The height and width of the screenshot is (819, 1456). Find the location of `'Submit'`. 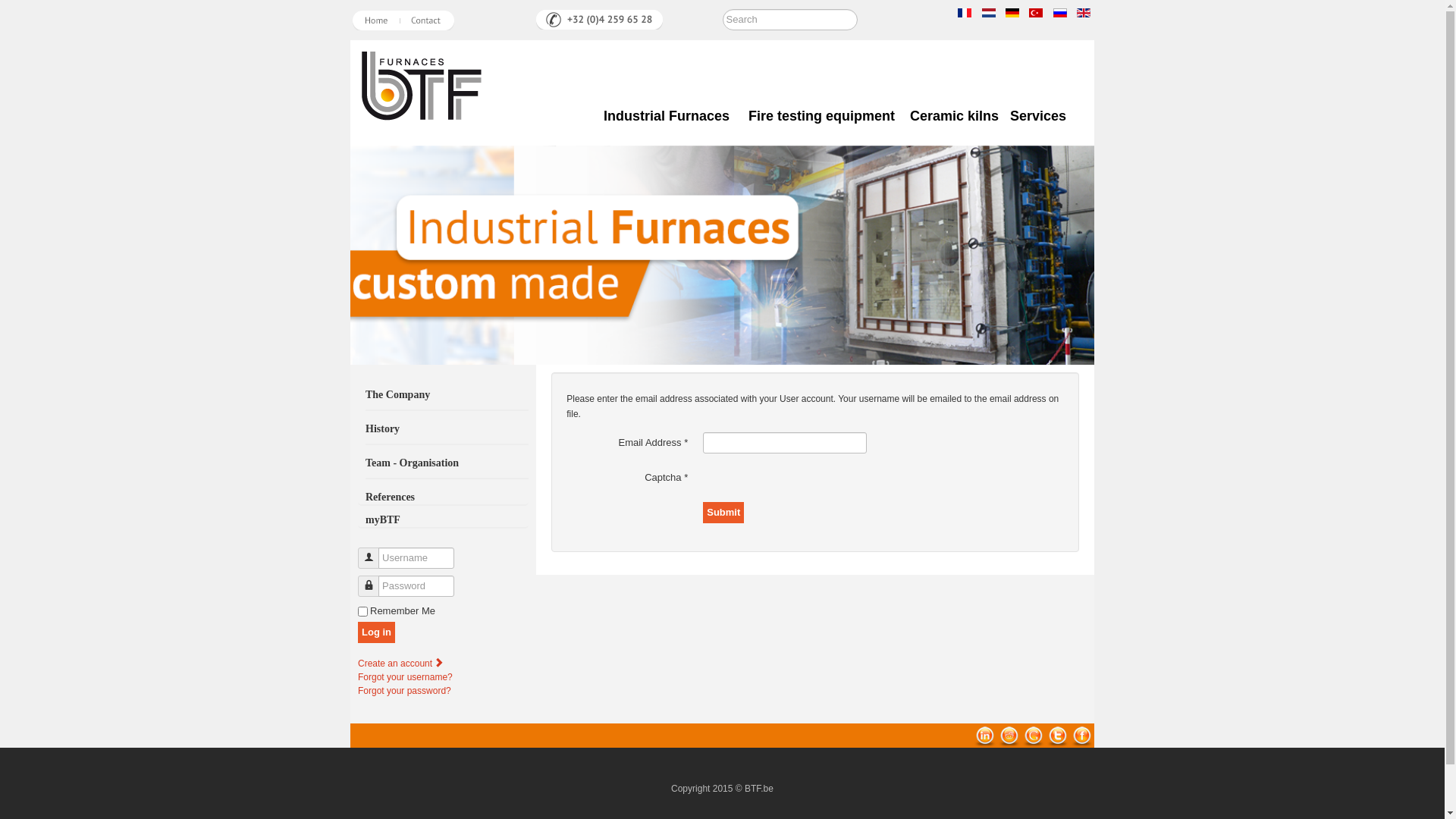

'Submit' is located at coordinates (723, 512).